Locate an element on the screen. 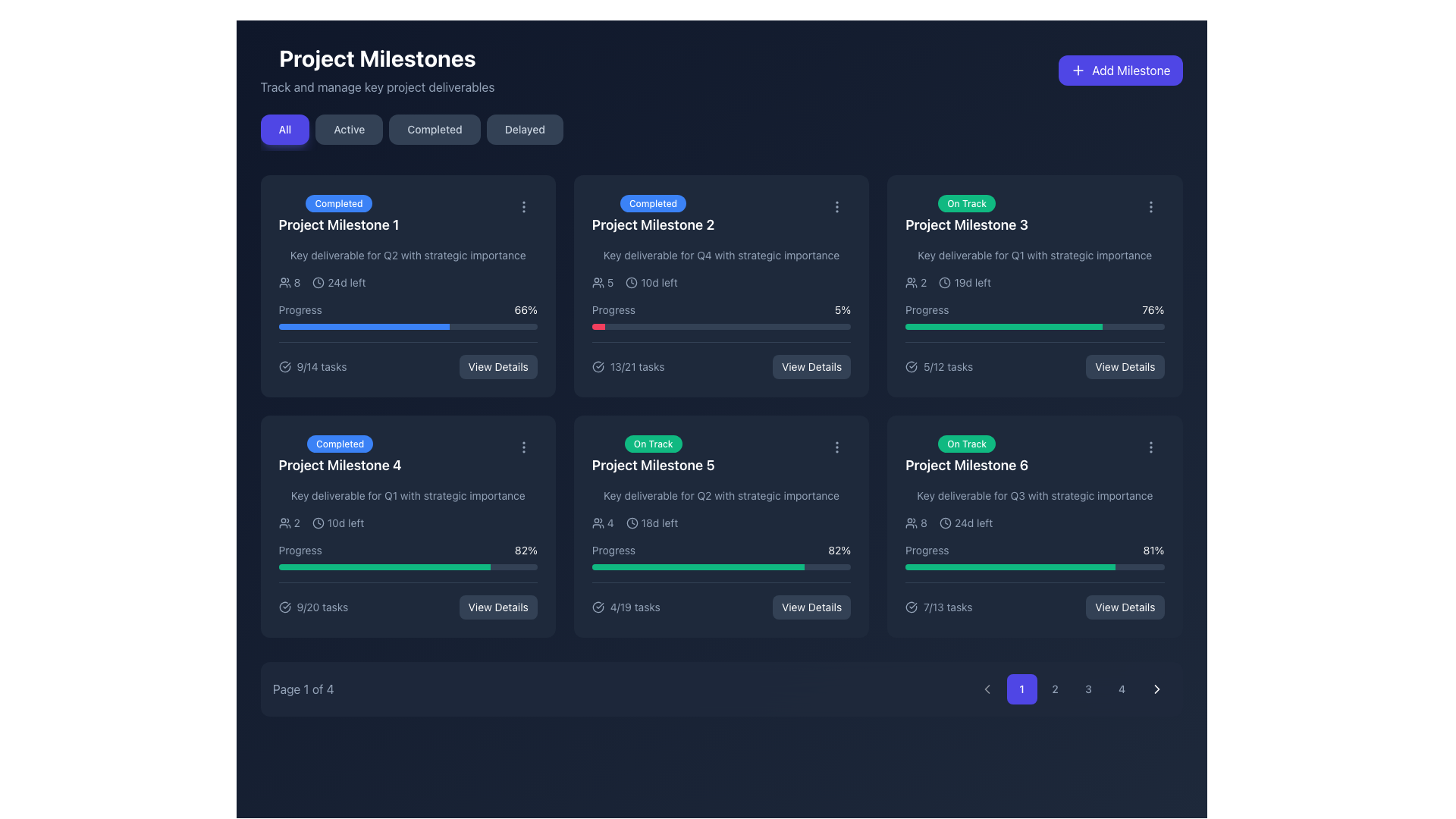 The width and height of the screenshot is (1456, 819). the descriptive text element that provides details about the key deliverable for 'Project Milestone 3', located below the title and 'On Track' label, and above the progress bar and 'View Details' button is located at coordinates (1034, 254).